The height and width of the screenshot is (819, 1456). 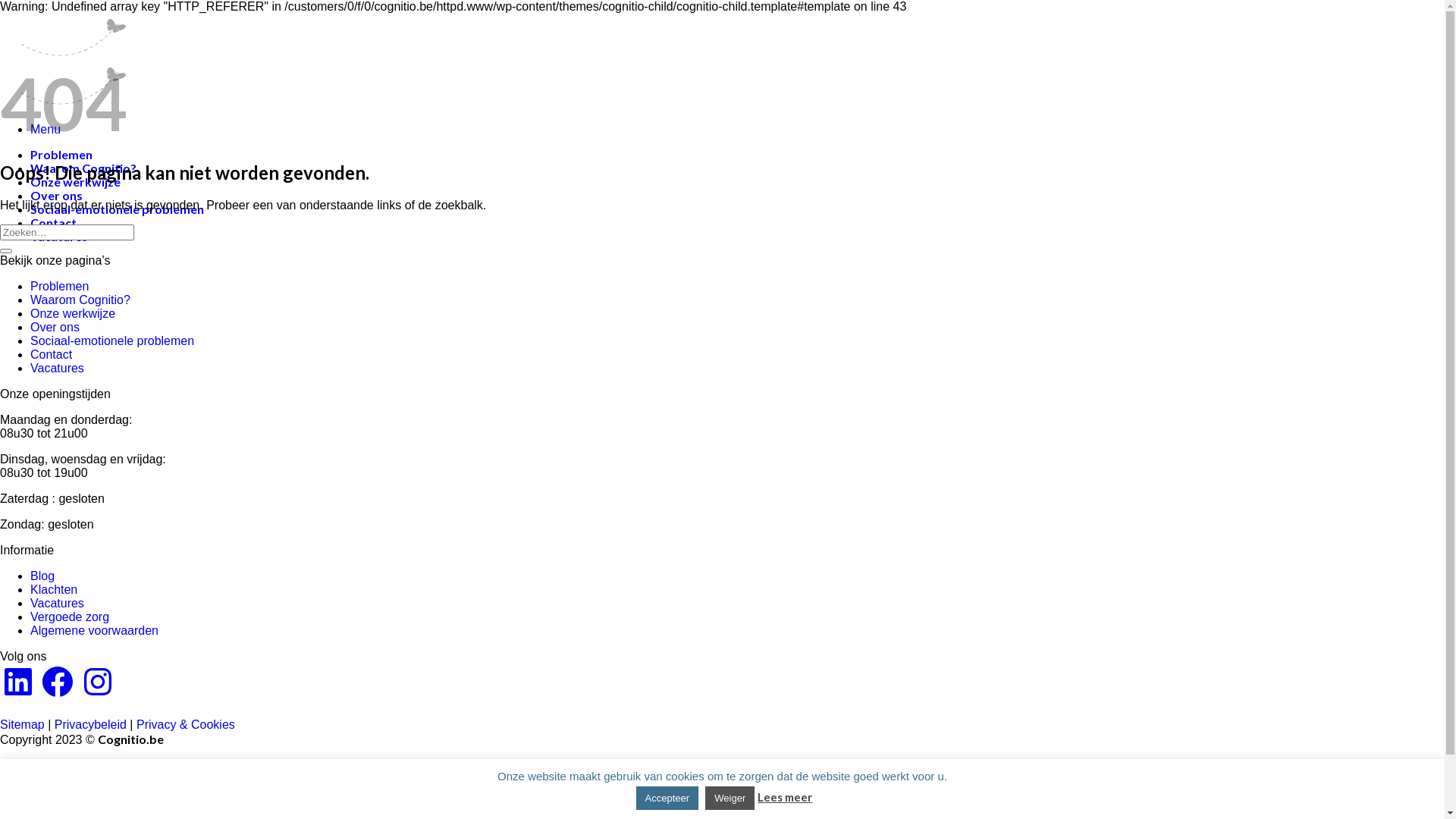 What do you see at coordinates (83, 168) in the screenshot?
I see `'Waarom Cognitio?'` at bounding box center [83, 168].